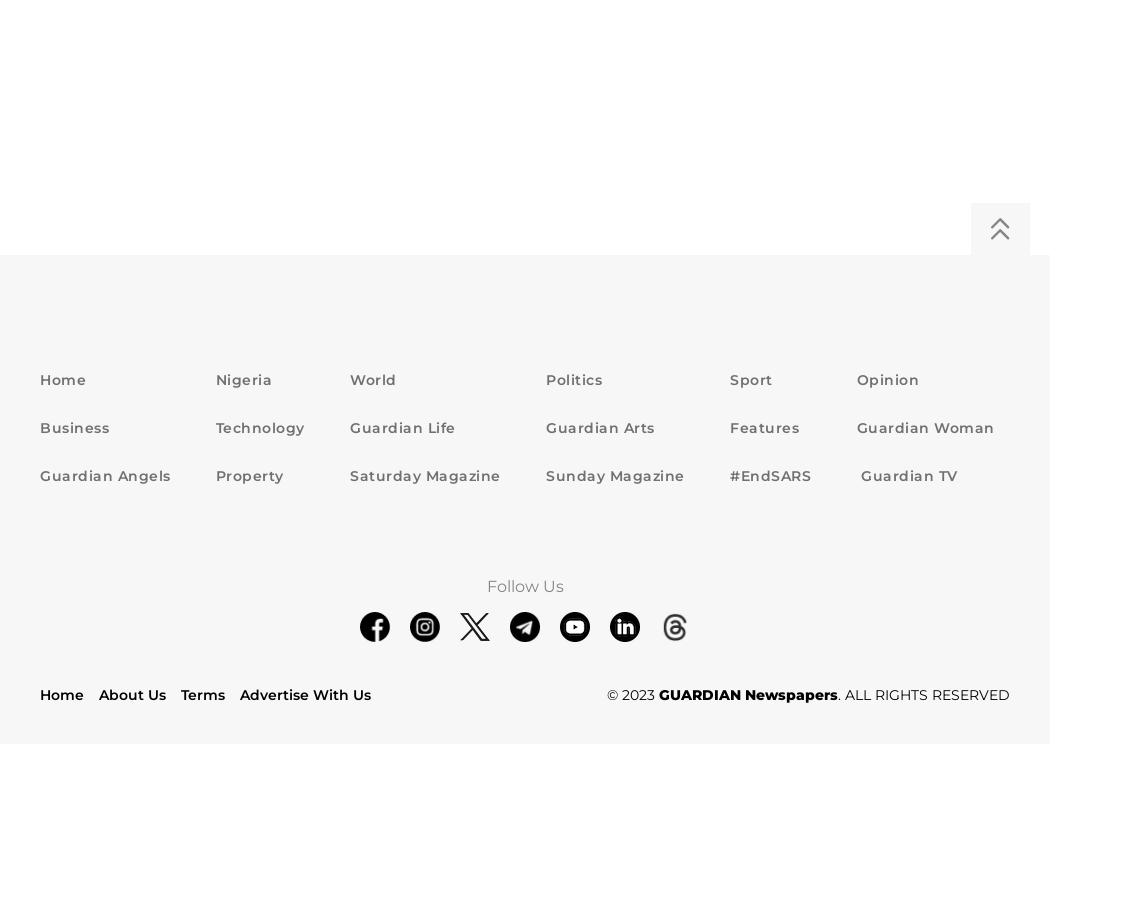 The height and width of the screenshot is (913, 1130). What do you see at coordinates (926, 693) in the screenshot?
I see `'ALL RIGHTS RESERVED'` at bounding box center [926, 693].